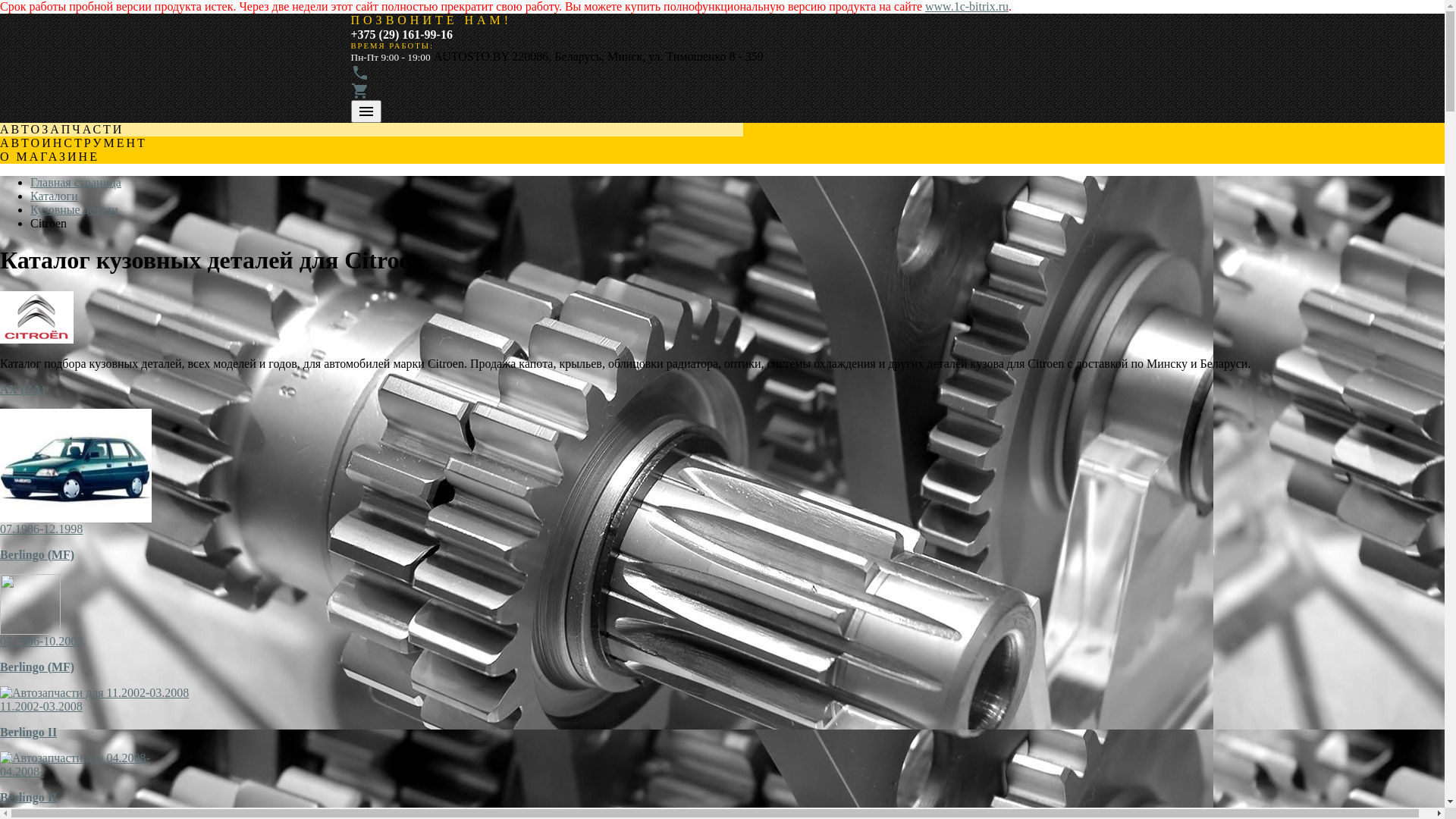  What do you see at coordinates (365, 110) in the screenshot?
I see `'menu'` at bounding box center [365, 110].